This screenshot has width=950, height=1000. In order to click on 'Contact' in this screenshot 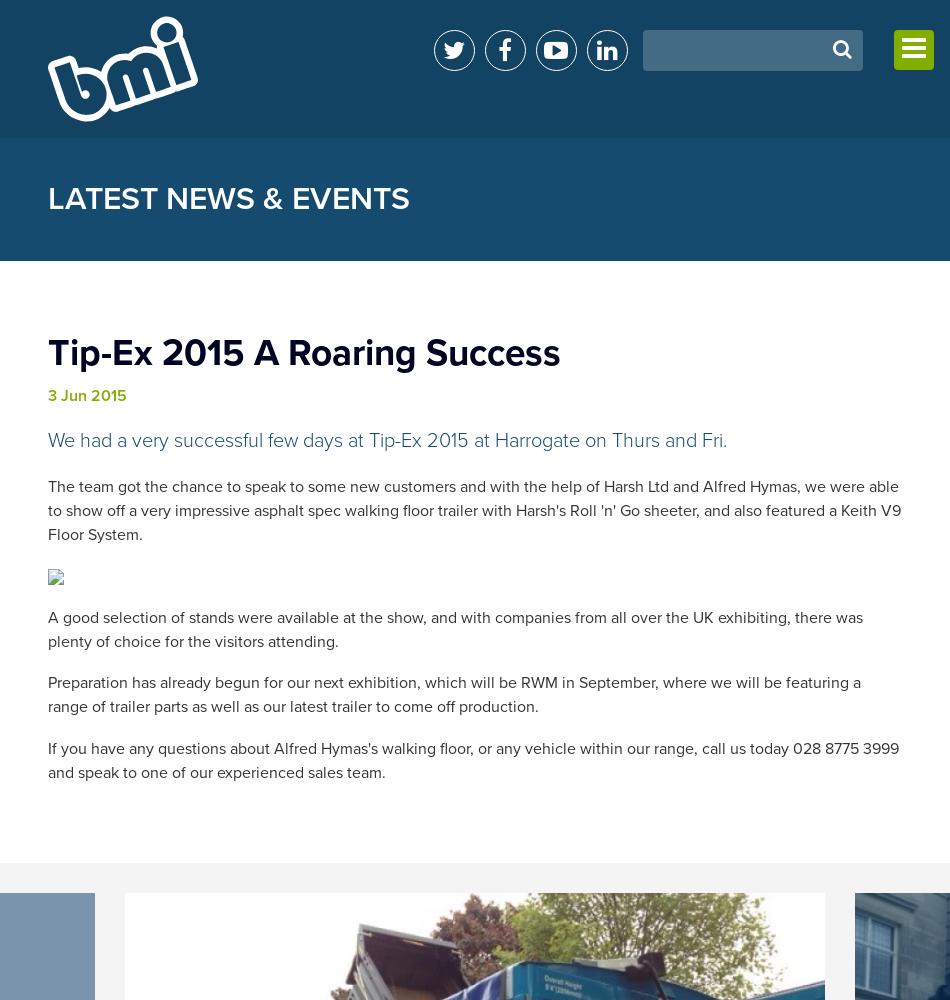, I will do `click(747, 202)`.